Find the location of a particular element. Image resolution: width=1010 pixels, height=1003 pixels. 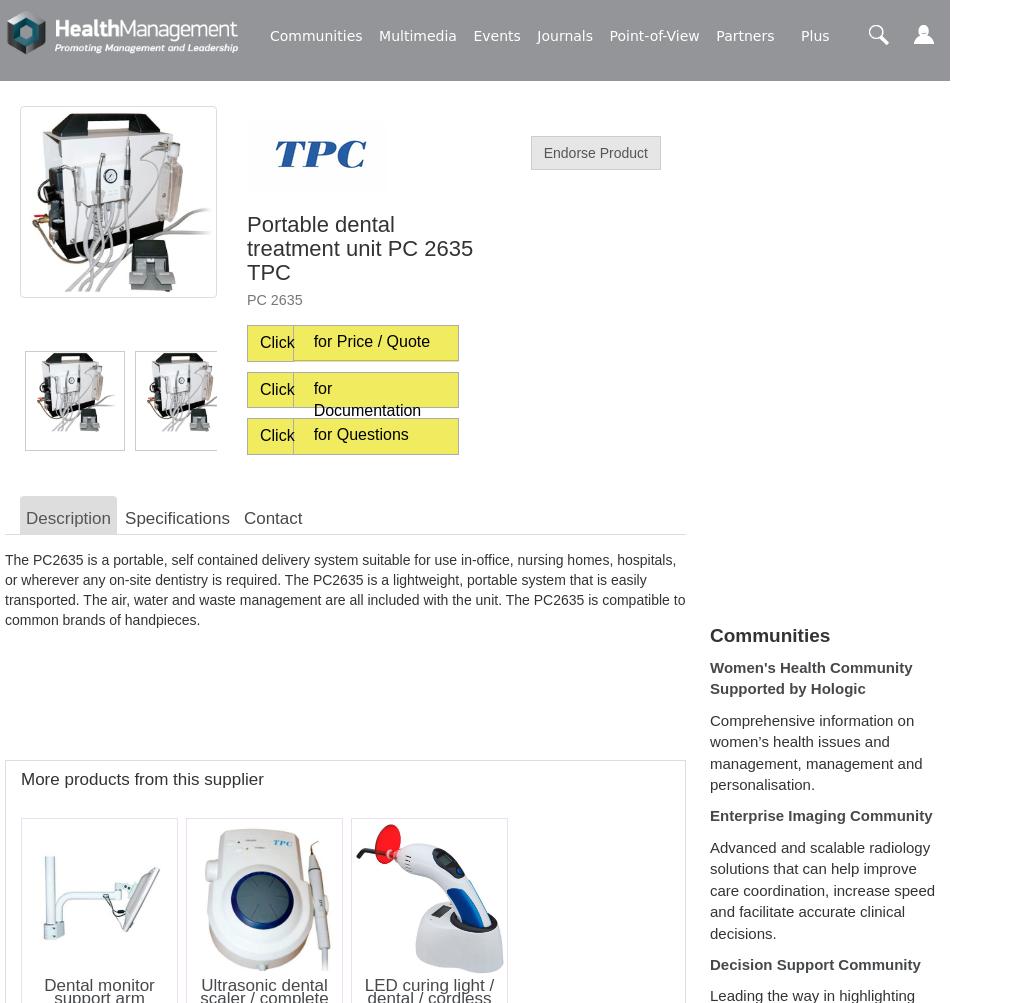

'Events' is located at coordinates (496, 36).